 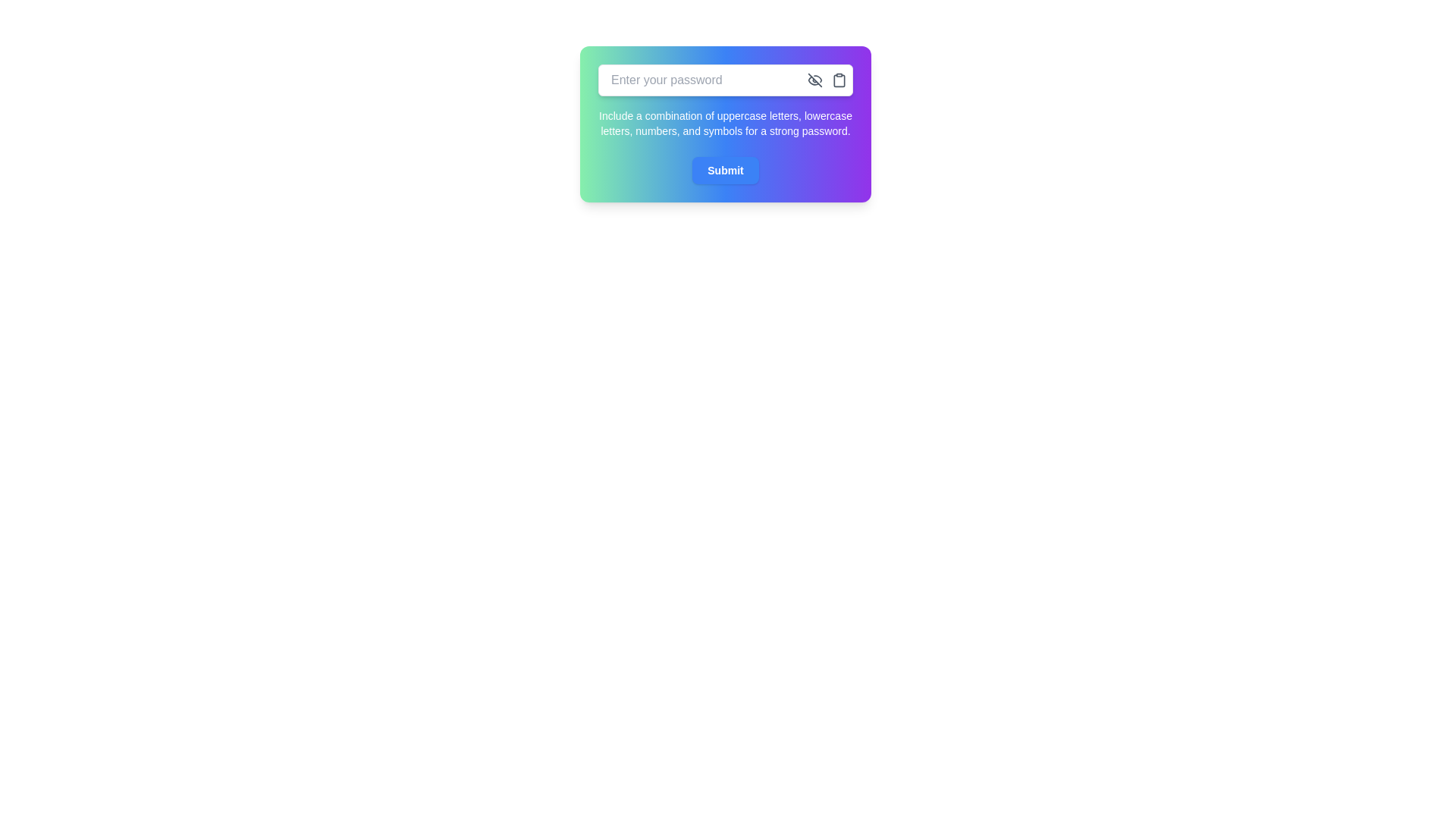 What do you see at coordinates (839, 80) in the screenshot?
I see `the clipboard icon, which is a minimalistic line art representation located to the right of the password input field` at bounding box center [839, 80].